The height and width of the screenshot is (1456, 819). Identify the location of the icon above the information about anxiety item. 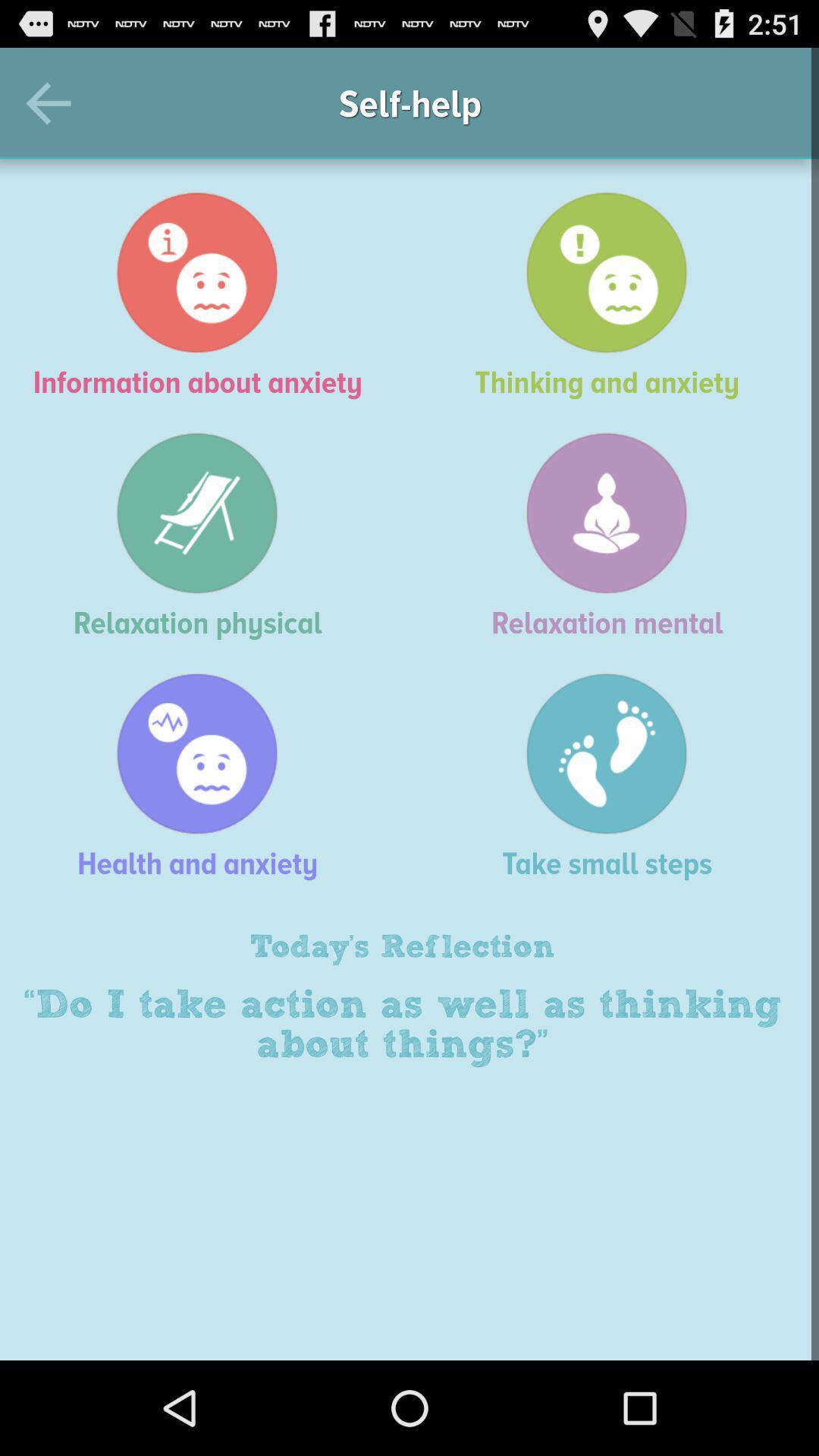
(55, 102).